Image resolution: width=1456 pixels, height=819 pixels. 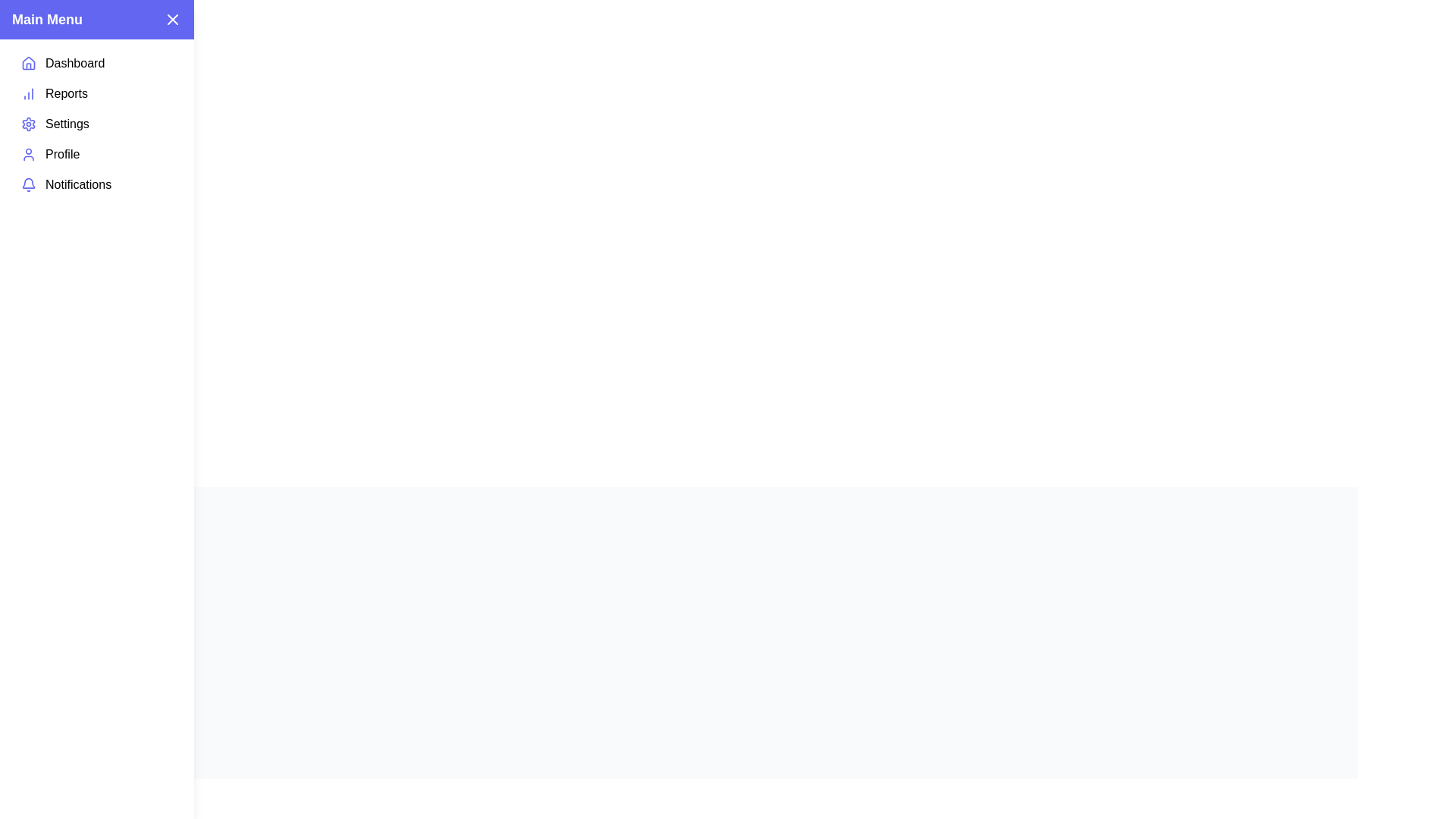 I want to click on the 'Reports' icon represented by a column chart to observe the associated tooltip or visual effect, so click(x=29, y=93).